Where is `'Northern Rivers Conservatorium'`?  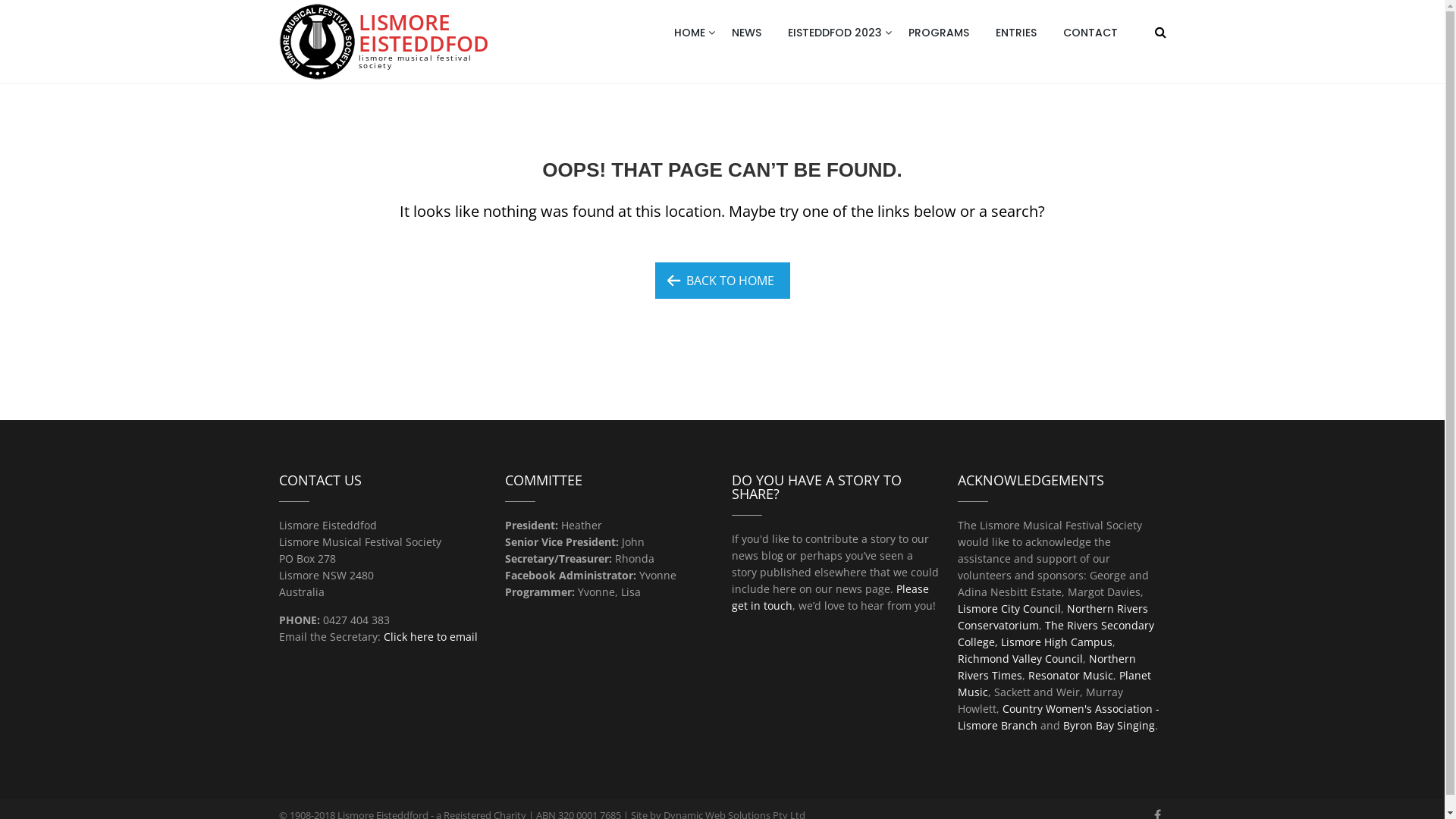 'Northern Rivers Conservatorium' is located at coordinates (1052, 617).